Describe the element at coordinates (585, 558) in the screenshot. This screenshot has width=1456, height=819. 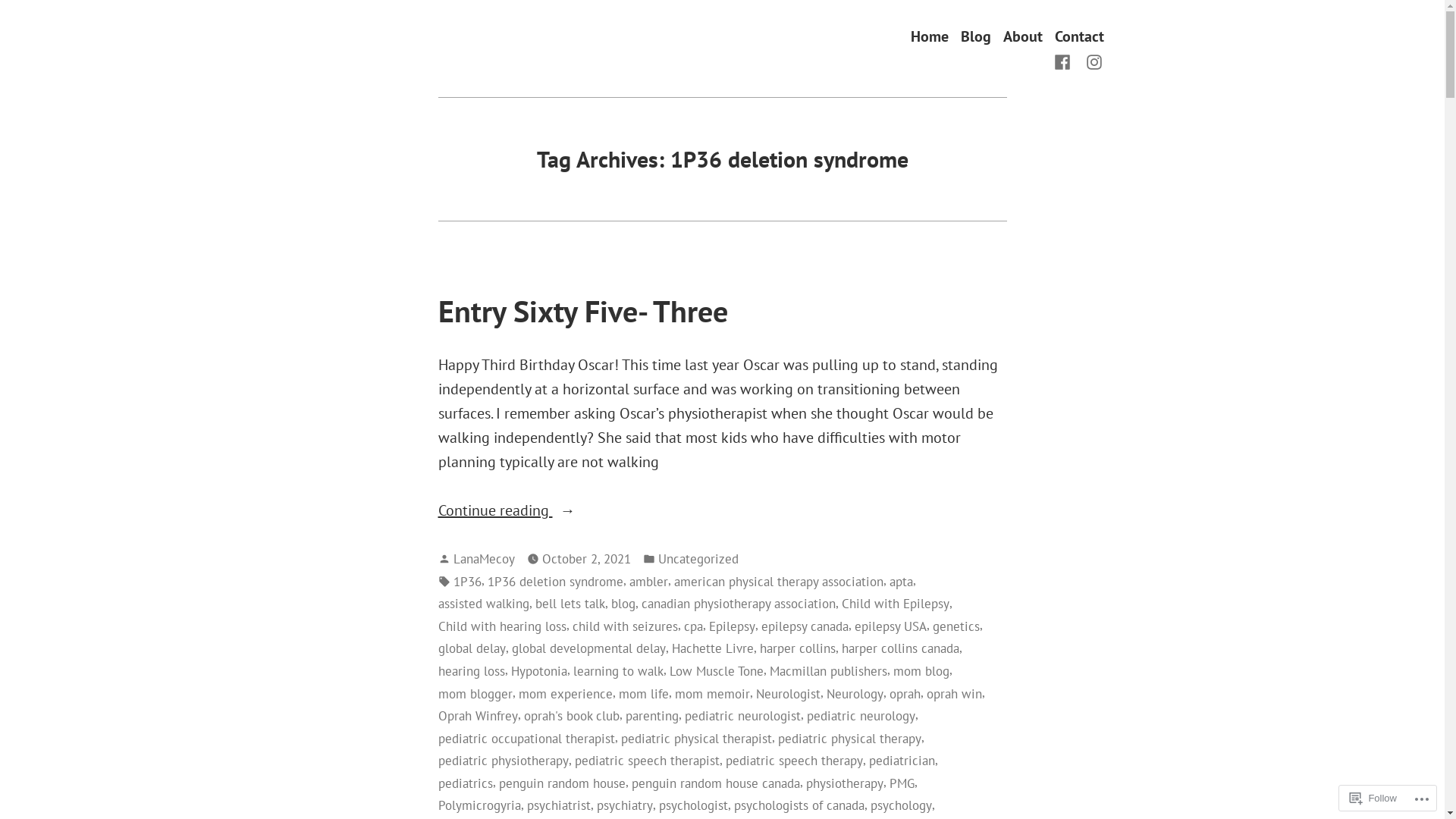
I see `'October 2, 2021'` at that location.